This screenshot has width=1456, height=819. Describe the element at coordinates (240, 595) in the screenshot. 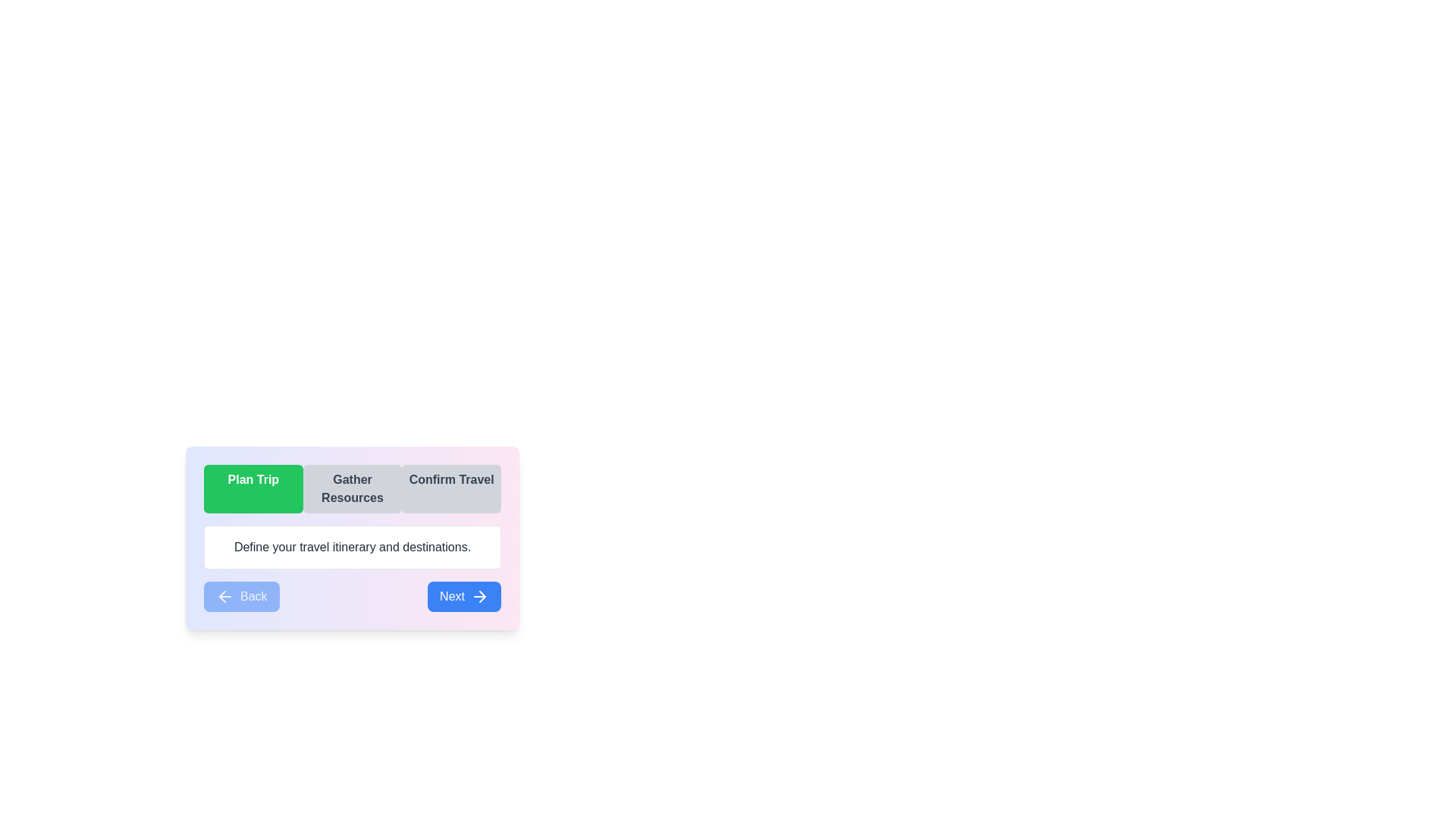

I see `the blue 'Back' button with a leftward arrow icon` at that location.